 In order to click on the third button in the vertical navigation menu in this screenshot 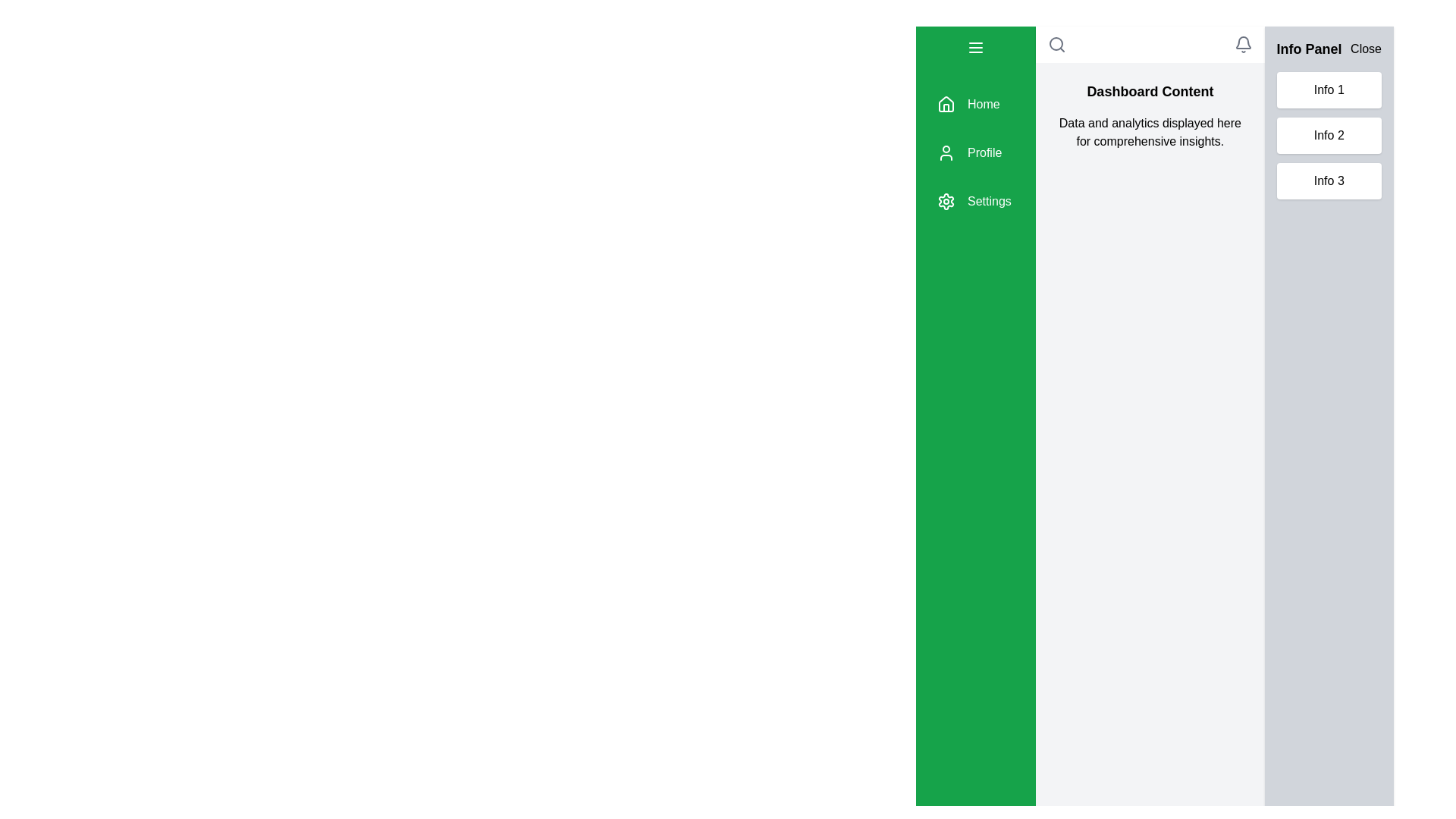, I will do `click(976, 201)`.